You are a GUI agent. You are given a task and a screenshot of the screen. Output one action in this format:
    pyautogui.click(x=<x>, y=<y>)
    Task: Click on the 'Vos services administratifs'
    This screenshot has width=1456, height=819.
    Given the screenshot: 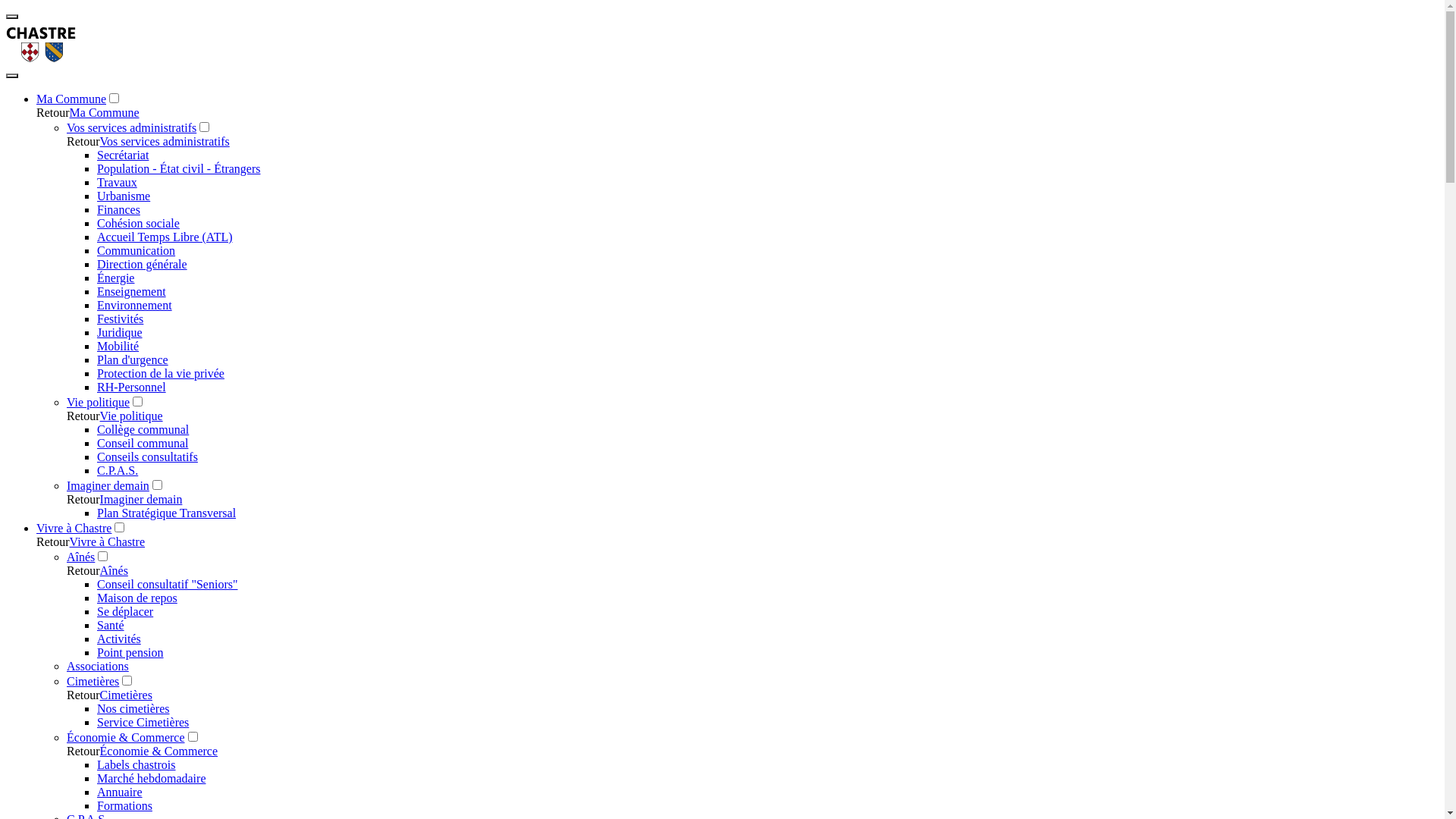 What is the action you would take?
    pyautogui.click(x=99, y=141)
    